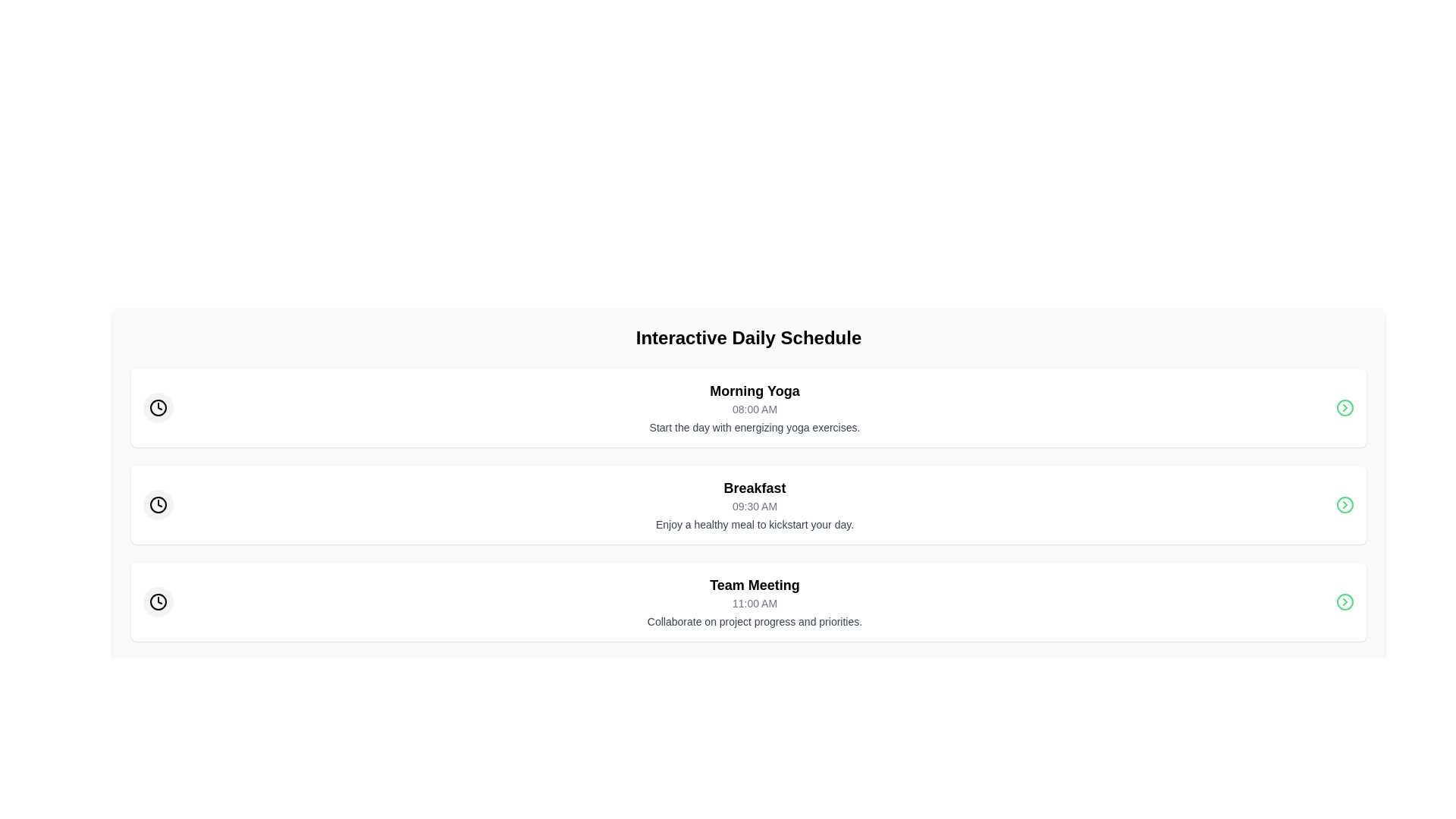 The image size is (1456, 819). Describe the element at coordinates (158, 601) in the screenshot. I see `the clock icon that signifies the time associated with the 'Team Meeting' event in the 'Interactive Daily Schedule' list` at that location.